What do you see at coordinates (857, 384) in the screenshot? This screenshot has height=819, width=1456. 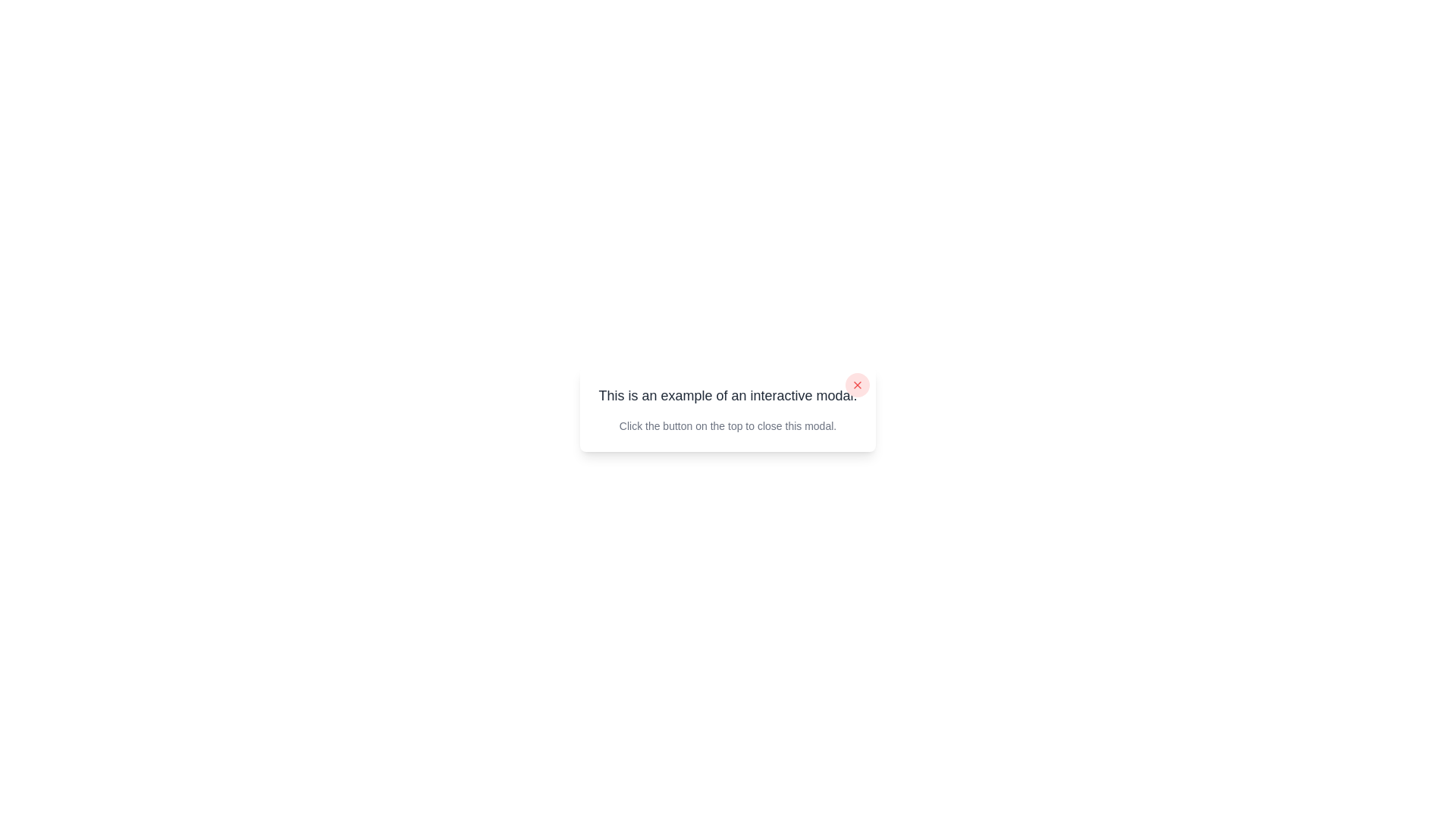 I see `the close button located in the top-right corner of the modal dialog box` at bounding box center [857, 384].